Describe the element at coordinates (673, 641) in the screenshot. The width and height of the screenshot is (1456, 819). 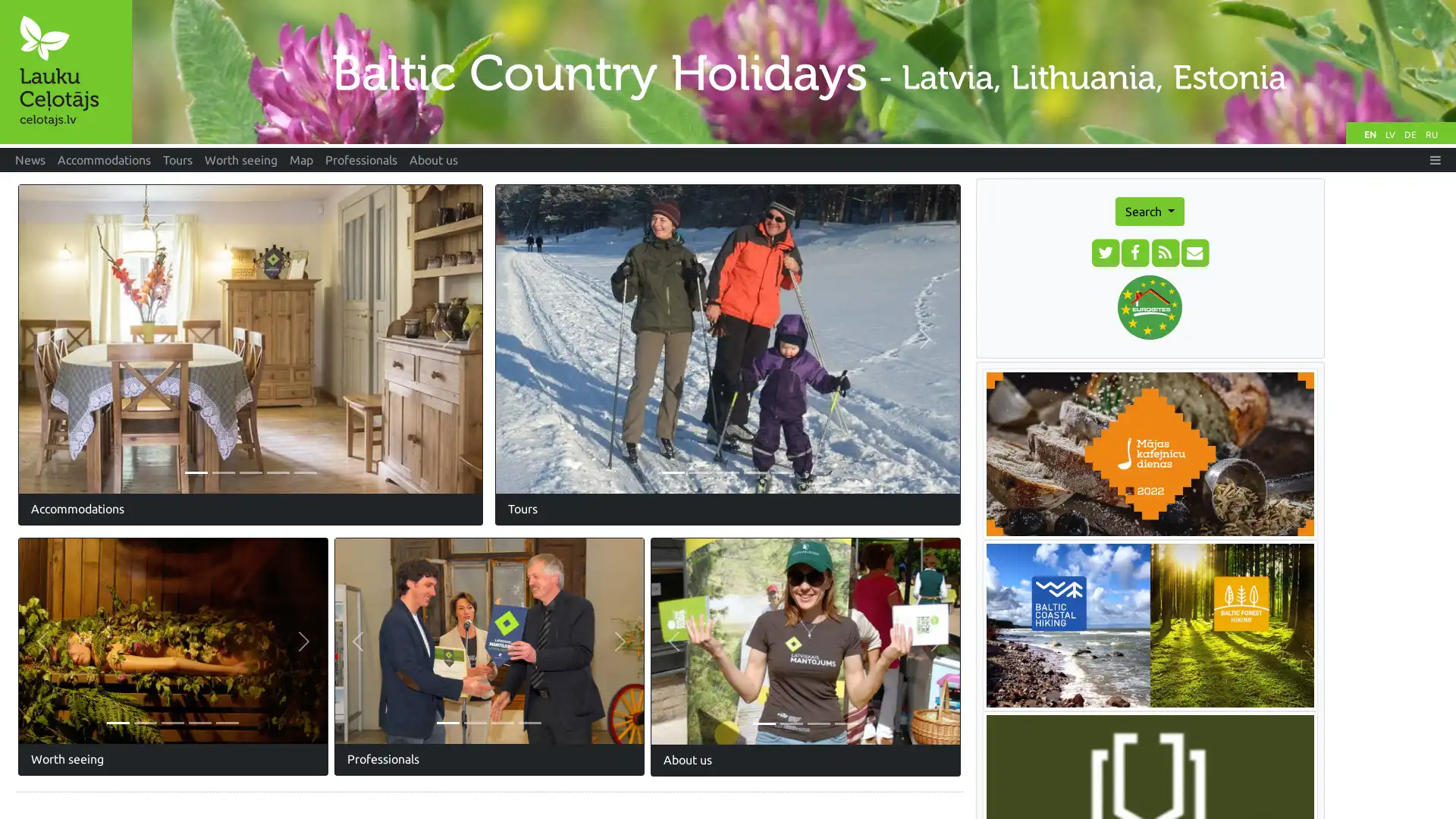
I see `Previous` at that location.